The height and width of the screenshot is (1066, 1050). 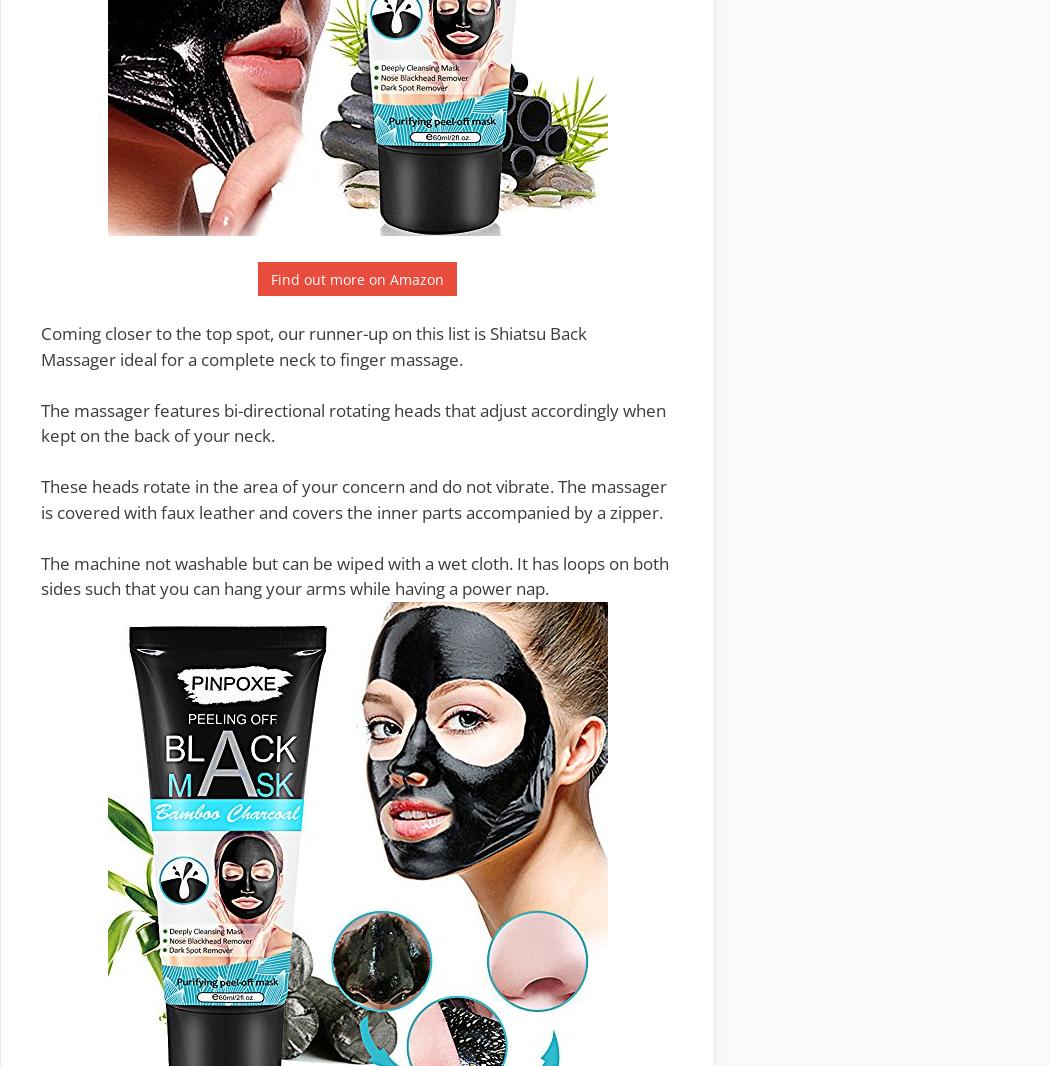 I want to click on 'The machine', so click(x=93, y=561).